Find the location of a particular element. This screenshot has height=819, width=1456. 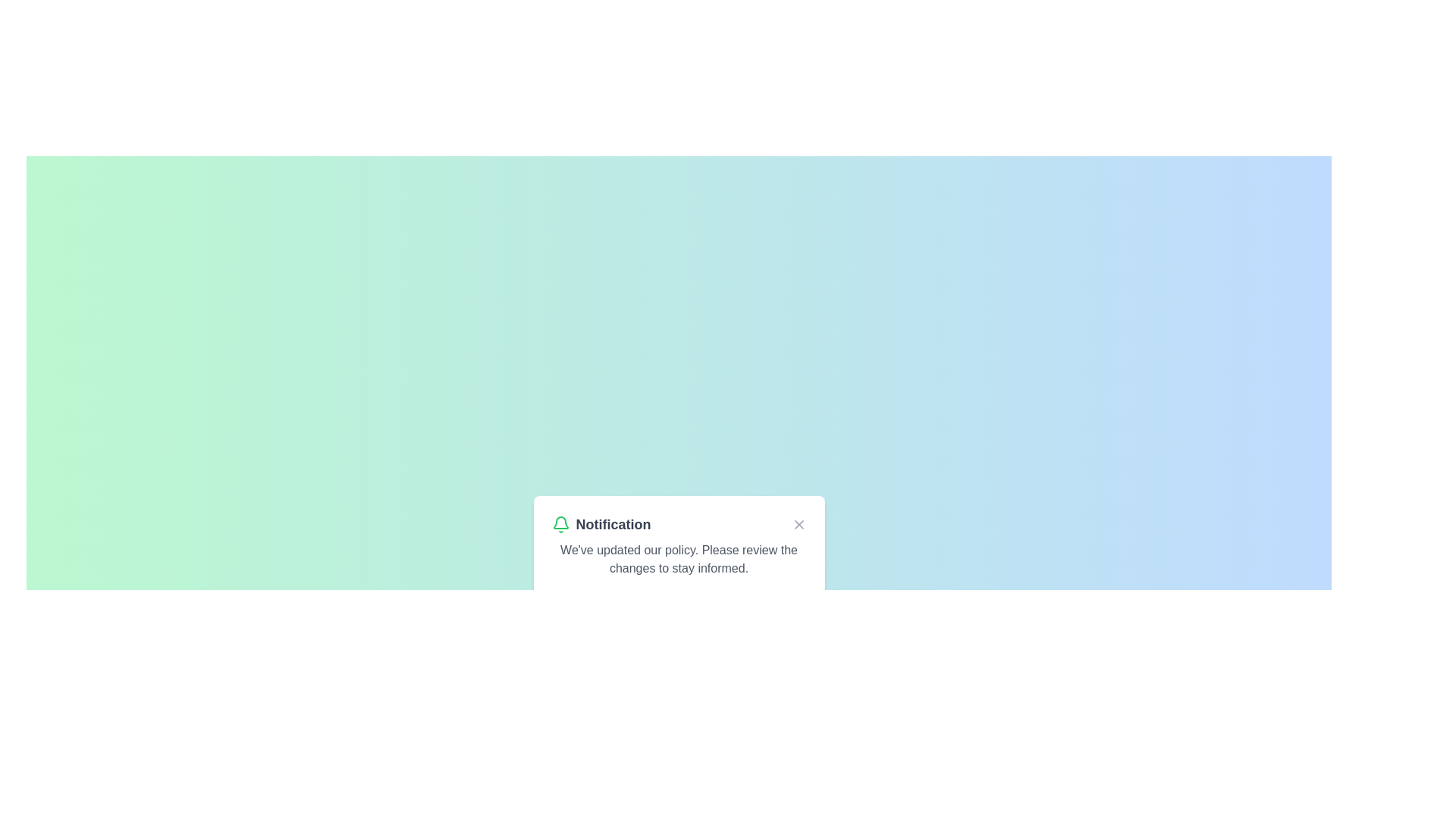

the green bell icon located to the left of the 'Notification' text label within the notification card is located at coordinates (560, 523).